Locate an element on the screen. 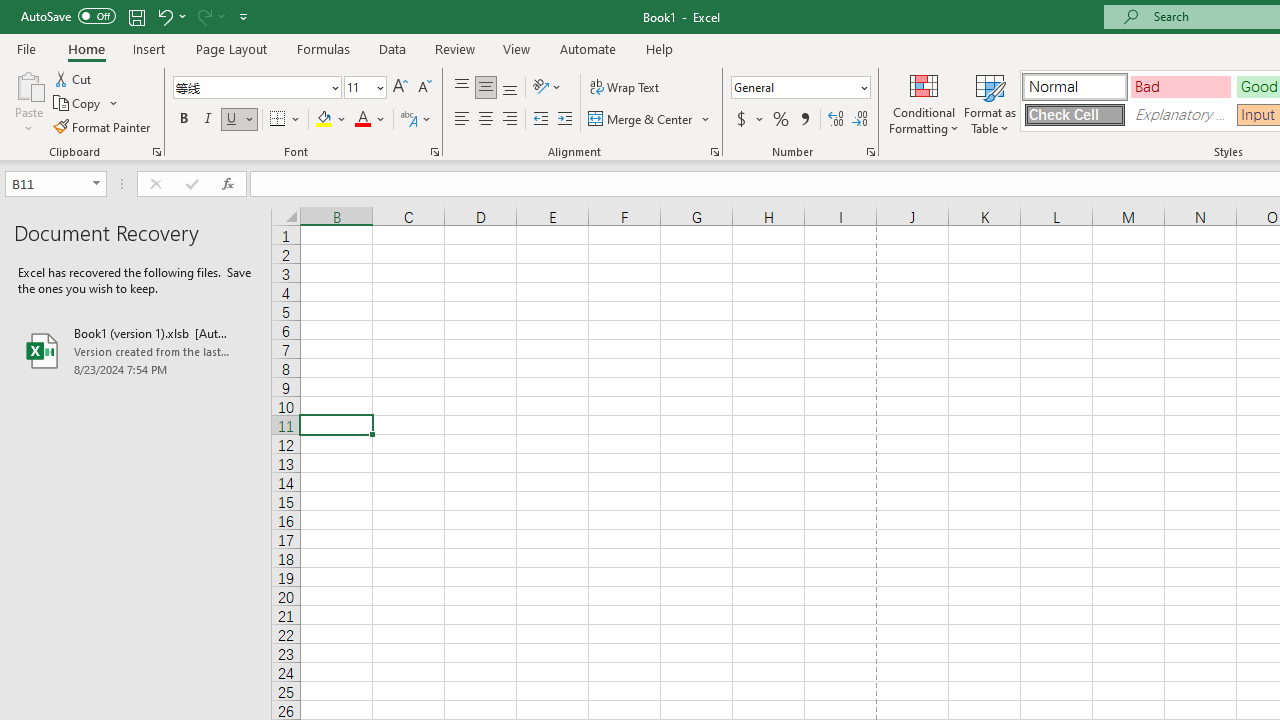  'Number Format' is located at coordinates (800, 86).